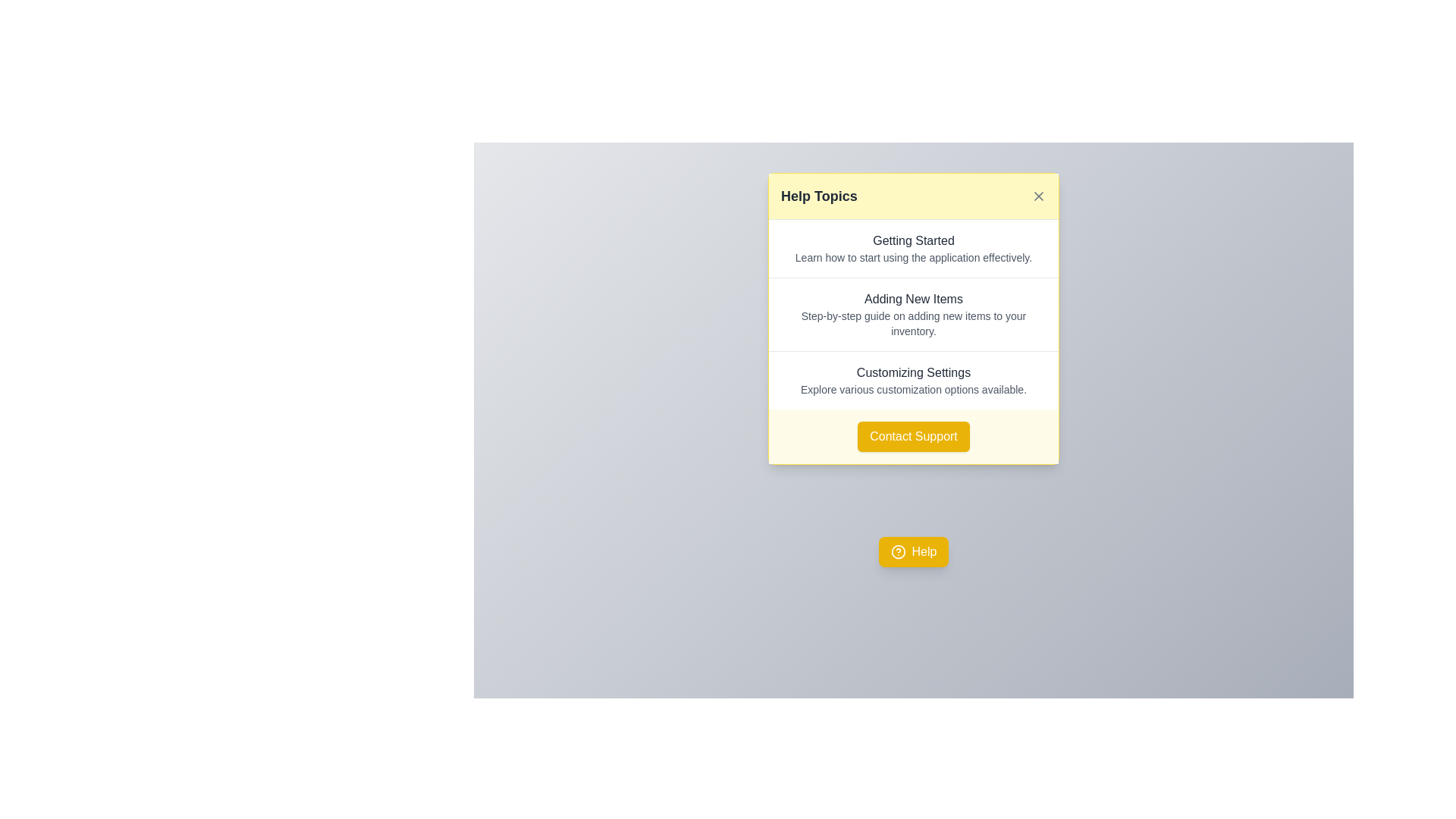 Image resolution: width=1456 pixels, height=819 pixels. Describe the element at coordinates (912, 436) in the screenshot. I see `the 'Contact Support' button located at the bottom of the 'Help Topics' dialog box` at that location.